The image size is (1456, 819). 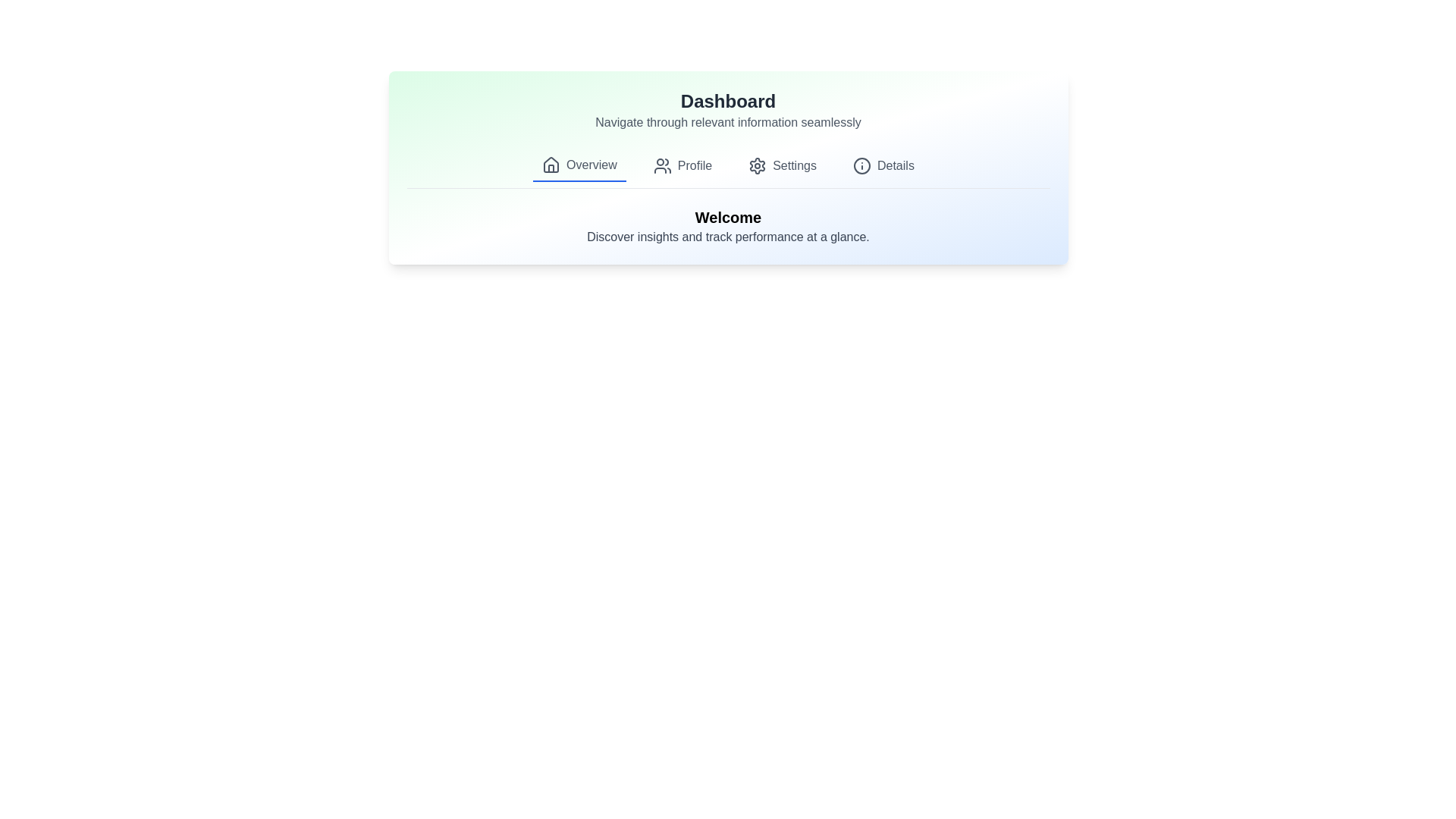 What do you see at coordinates (551, 165) in the screenshot?
I see `the 'Overview' section icon located at the top horizontal navigation bar, positioned to the left of the 'Profile' button` at bounding box center [551, 165].